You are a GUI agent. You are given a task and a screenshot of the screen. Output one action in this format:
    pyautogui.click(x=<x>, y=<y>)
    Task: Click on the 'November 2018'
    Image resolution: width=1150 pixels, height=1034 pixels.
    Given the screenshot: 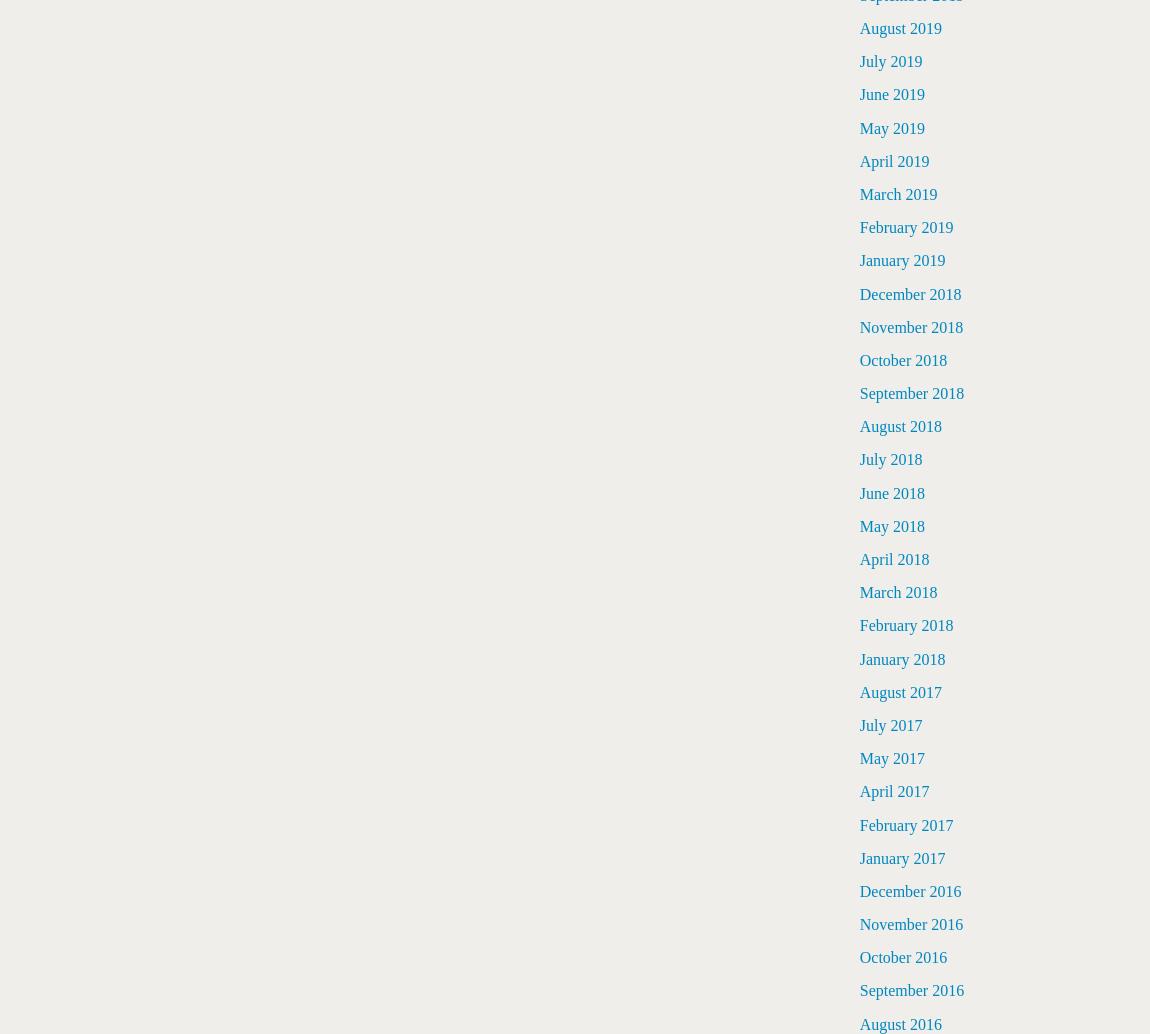 What is the action you would take?
    pyautogui.click(x=911, y=325)
    